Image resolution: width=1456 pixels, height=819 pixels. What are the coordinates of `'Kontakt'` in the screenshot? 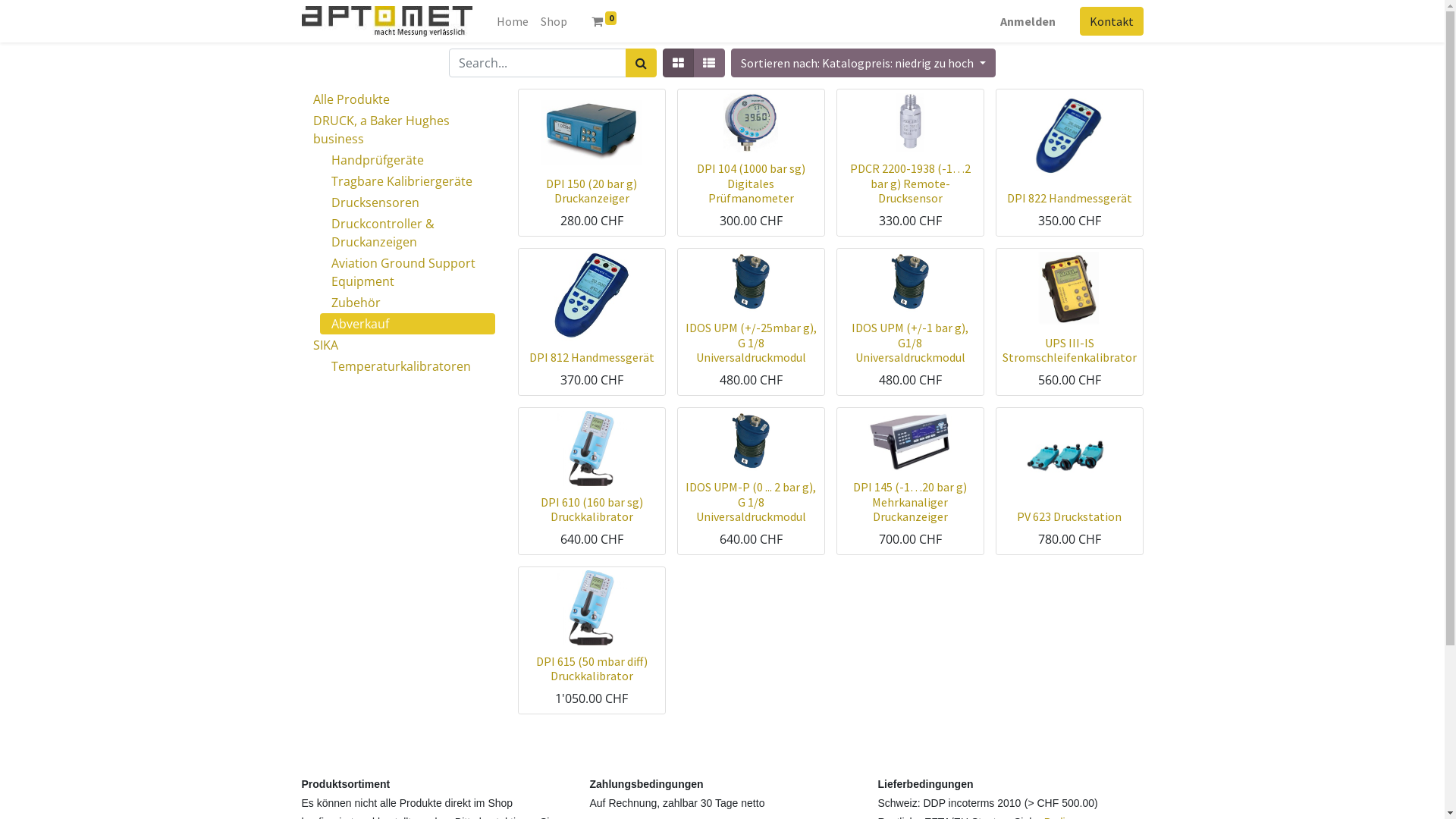 It's located at (1111, 20).